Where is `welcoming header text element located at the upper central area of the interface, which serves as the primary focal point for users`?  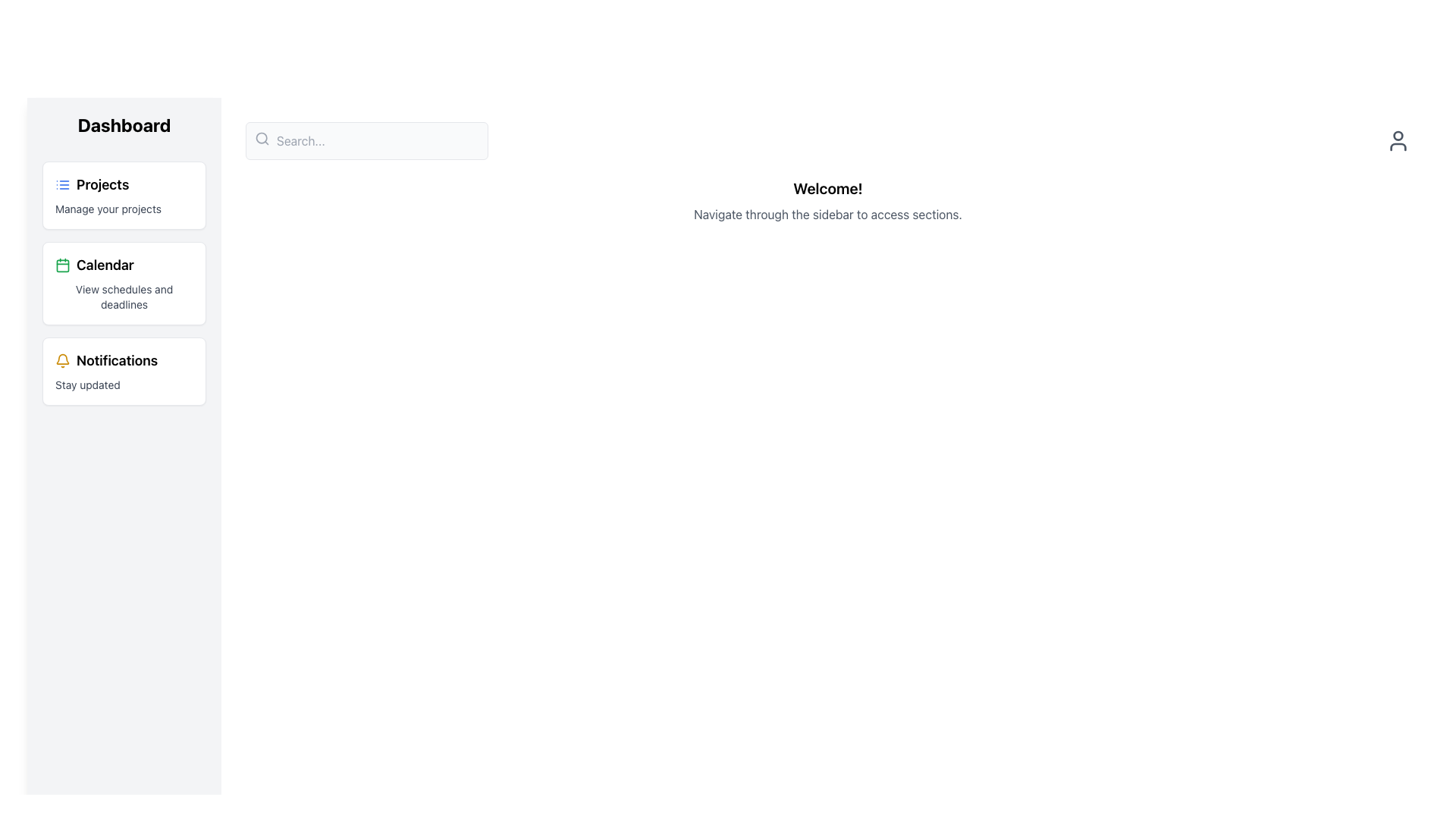 welcoming header text element located at the upper central area of the interface, which serves as the primary focal point for users is located at coordinates (827, 188).